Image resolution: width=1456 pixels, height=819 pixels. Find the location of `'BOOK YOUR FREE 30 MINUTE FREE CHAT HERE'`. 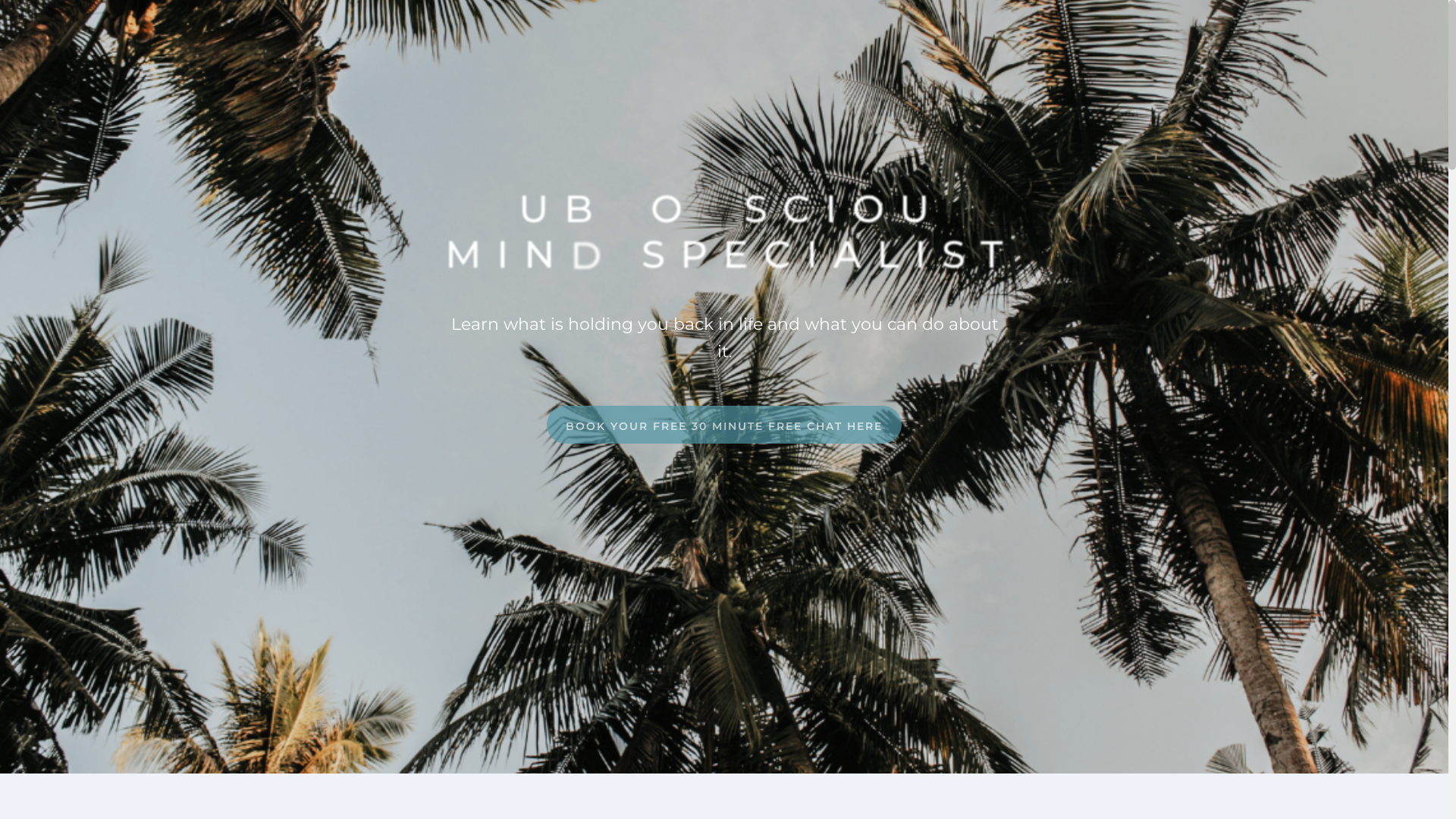

'BOOK YOUR FREE 30 MINUTE FREE CHAT HERE' is located at coordinates (723, 424).